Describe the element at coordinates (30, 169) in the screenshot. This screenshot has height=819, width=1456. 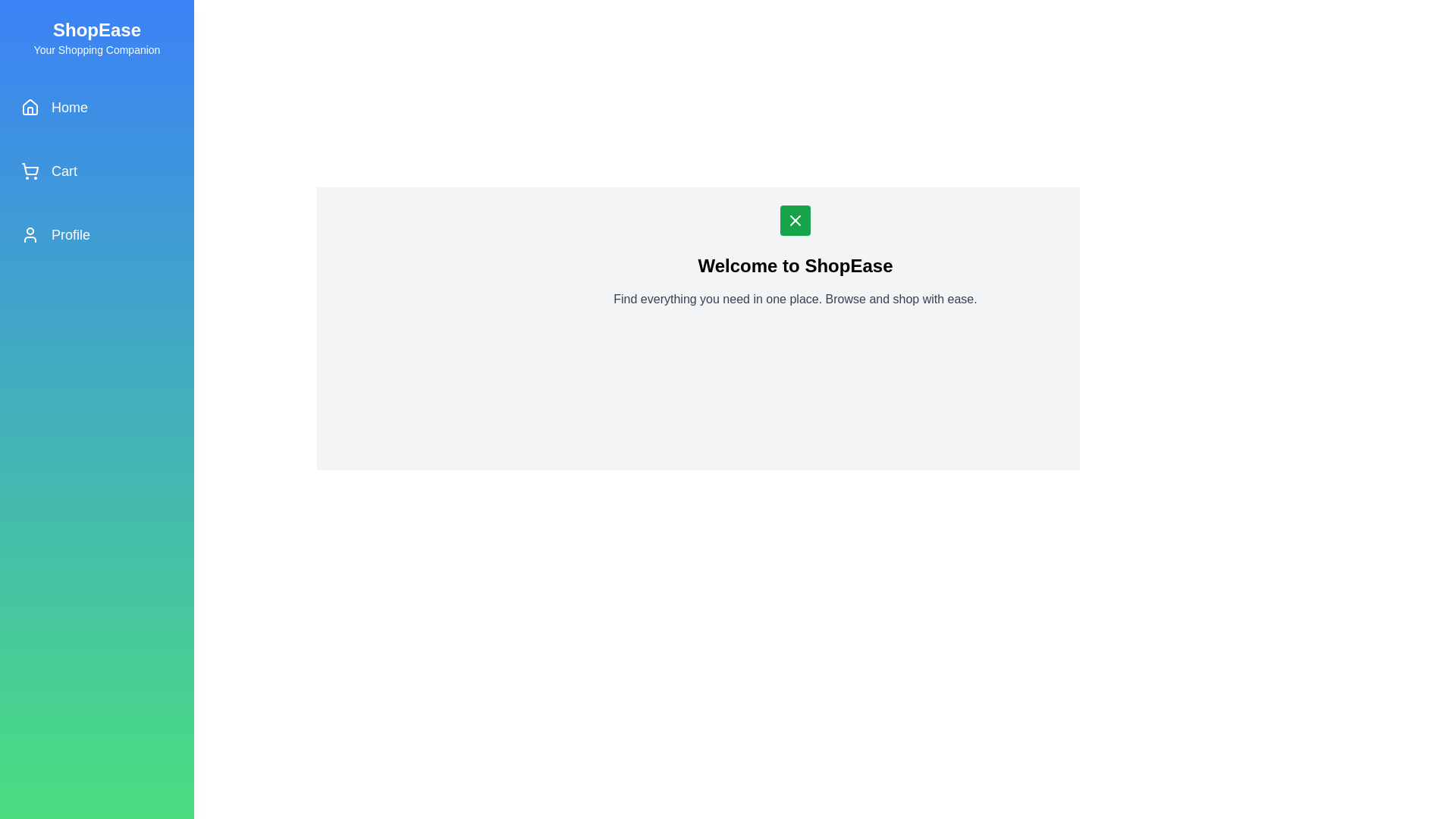
I see `the main body of the shopping cart icon in the vertical sidebar, which visually represents the cart feature of the application` at that location.